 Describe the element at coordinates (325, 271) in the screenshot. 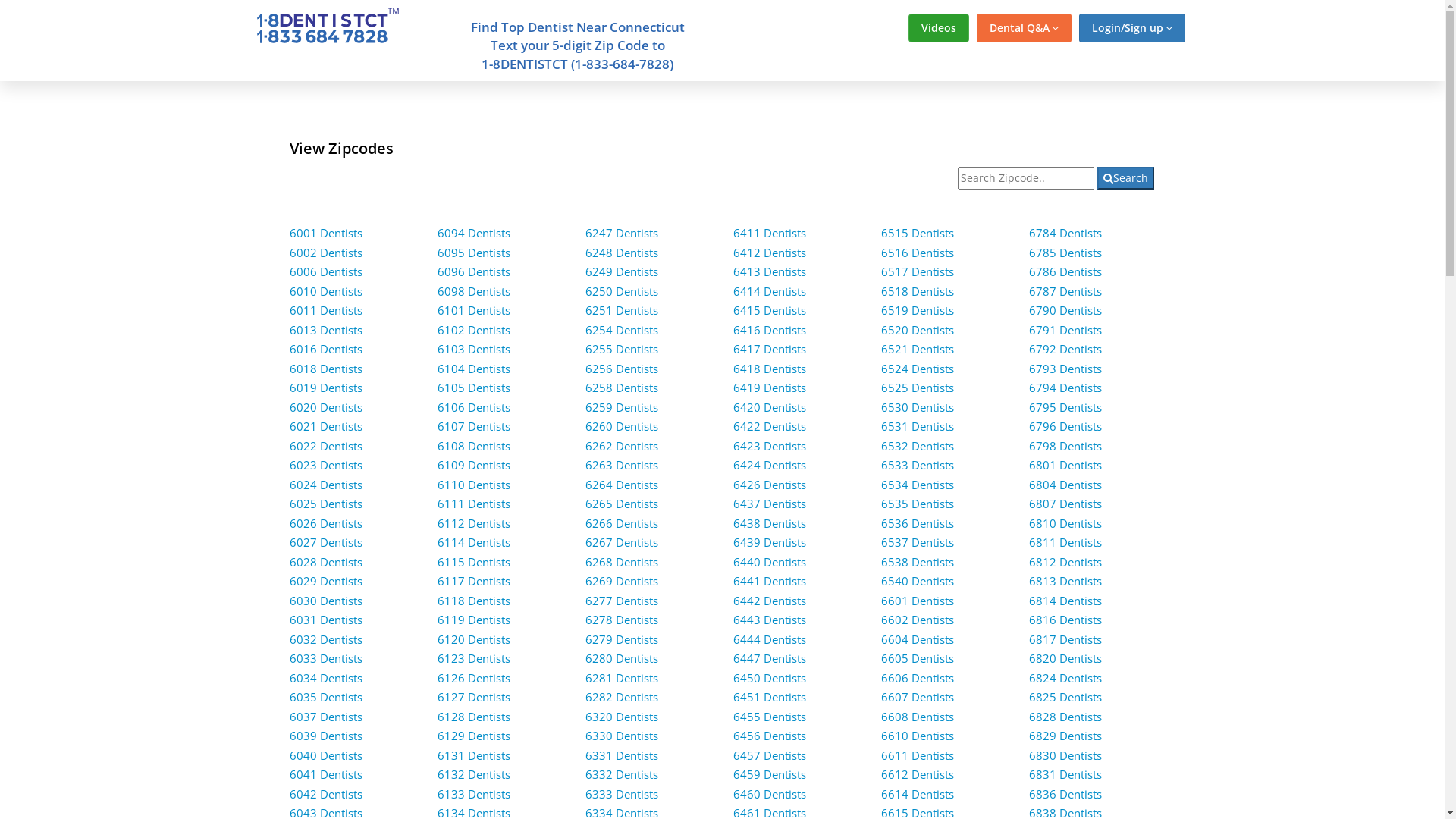

I see `'6006 Dentists'` at that location.